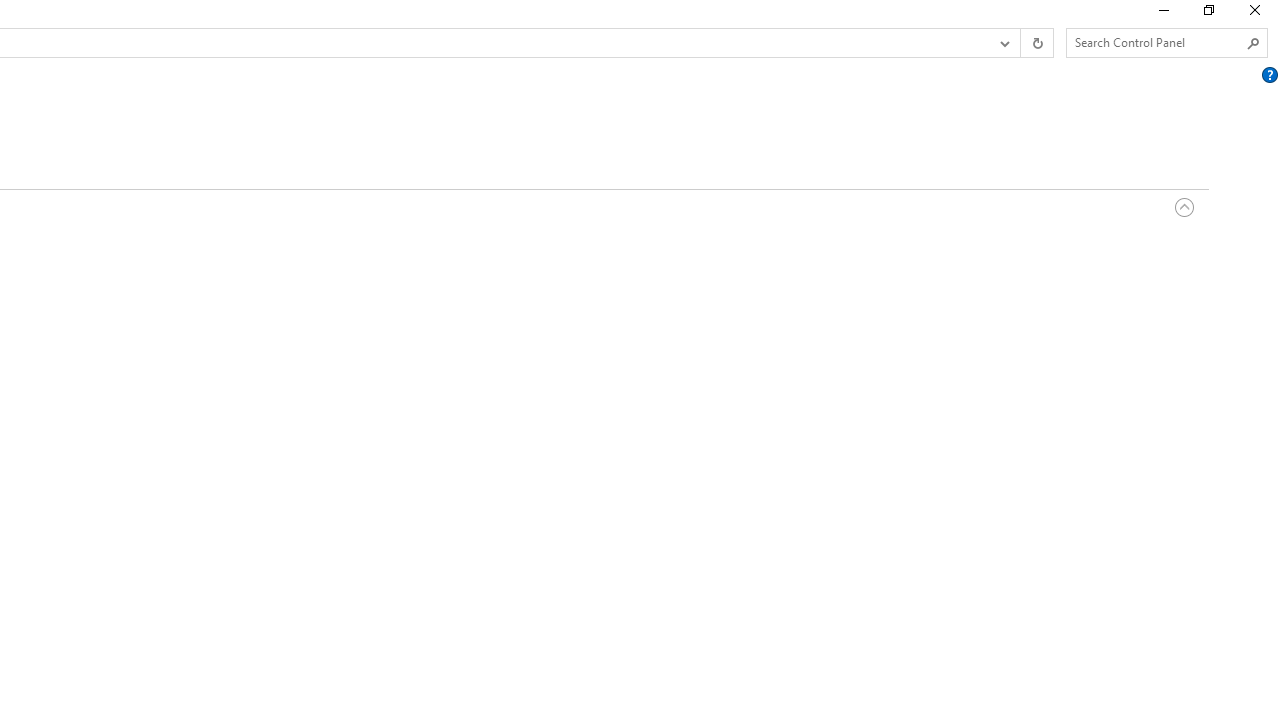  What do you see at coordinates (1020, 43) in the screenshot?
I see `'Address band toolbar'` at bounding box center [1020, 43].